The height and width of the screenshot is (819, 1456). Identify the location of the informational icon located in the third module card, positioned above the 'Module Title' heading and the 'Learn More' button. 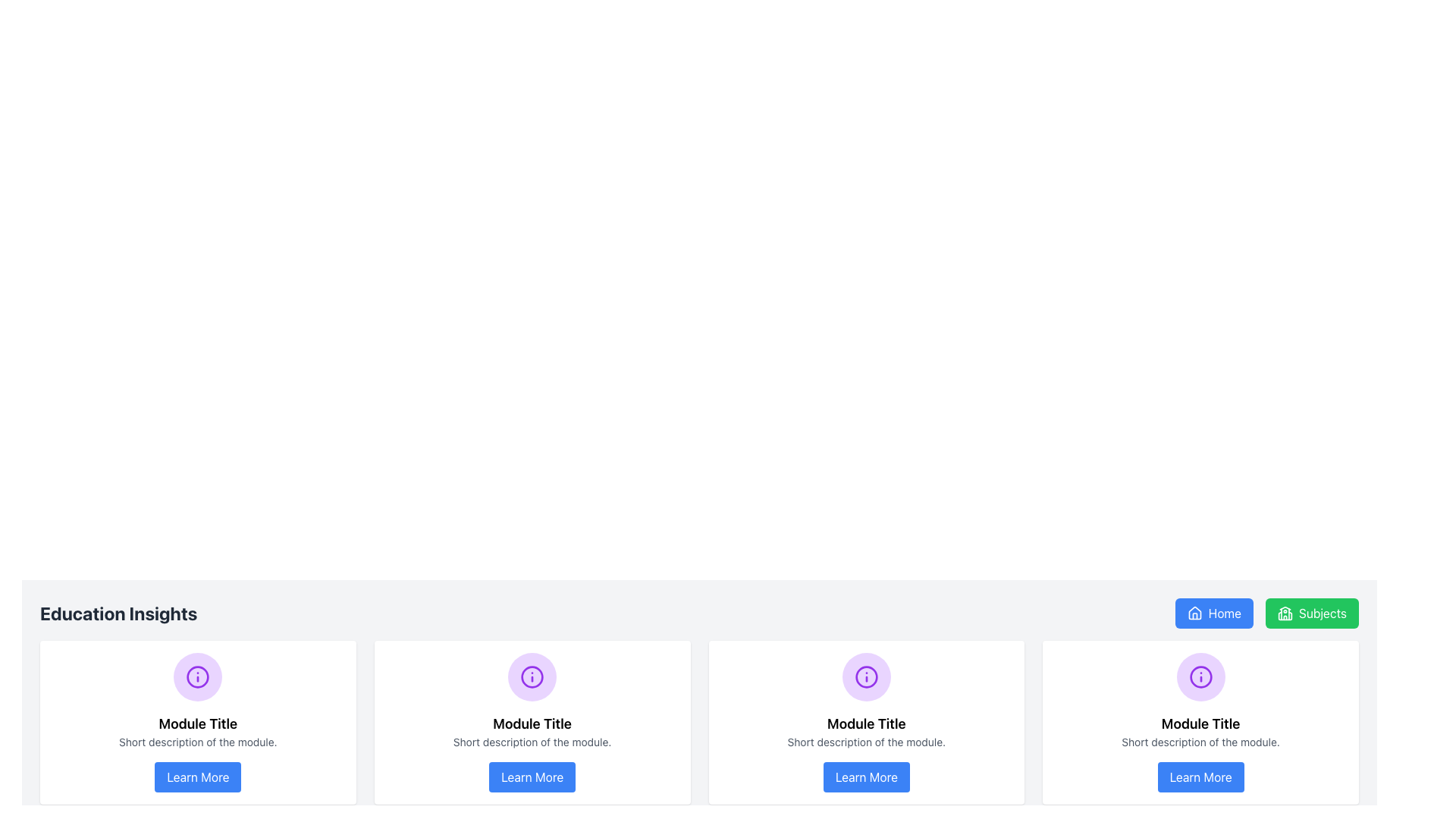
(866, 676).